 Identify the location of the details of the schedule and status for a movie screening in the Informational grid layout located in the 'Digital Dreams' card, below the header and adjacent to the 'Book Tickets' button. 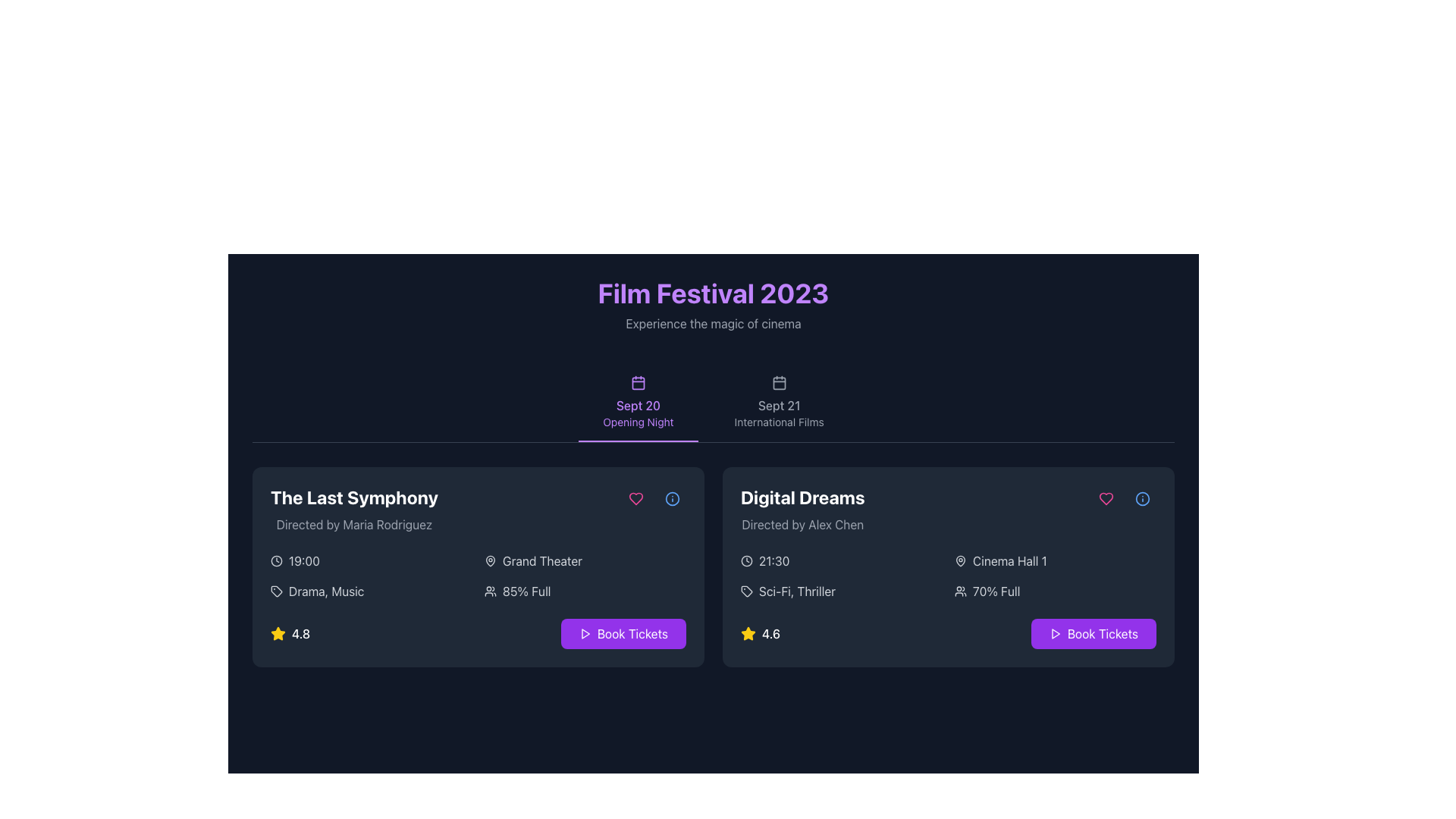
(948, 576).